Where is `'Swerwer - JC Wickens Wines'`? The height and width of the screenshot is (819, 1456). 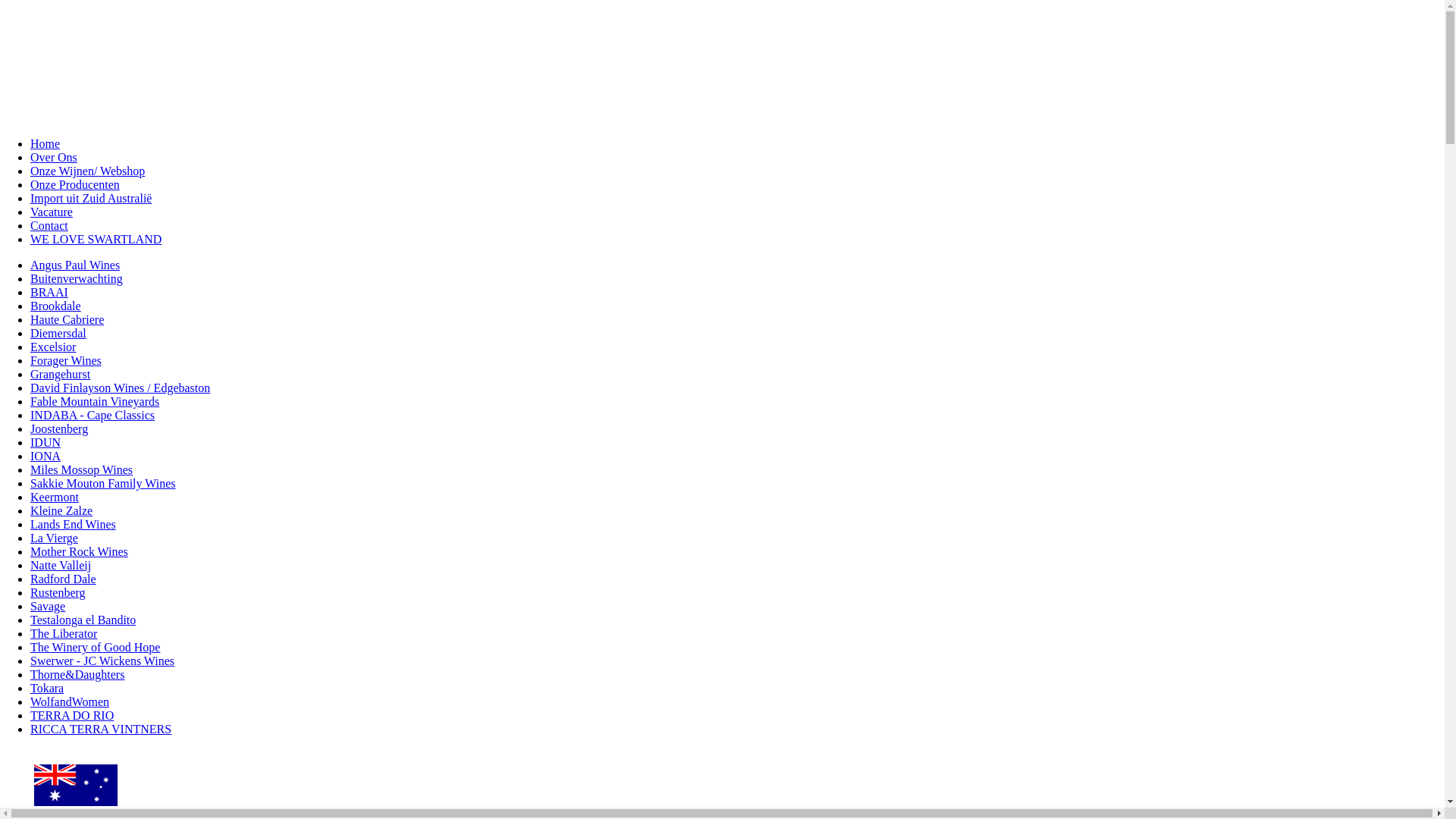
'Swerwer - JC Wickens Wines' is located at coordinates (30, 660).